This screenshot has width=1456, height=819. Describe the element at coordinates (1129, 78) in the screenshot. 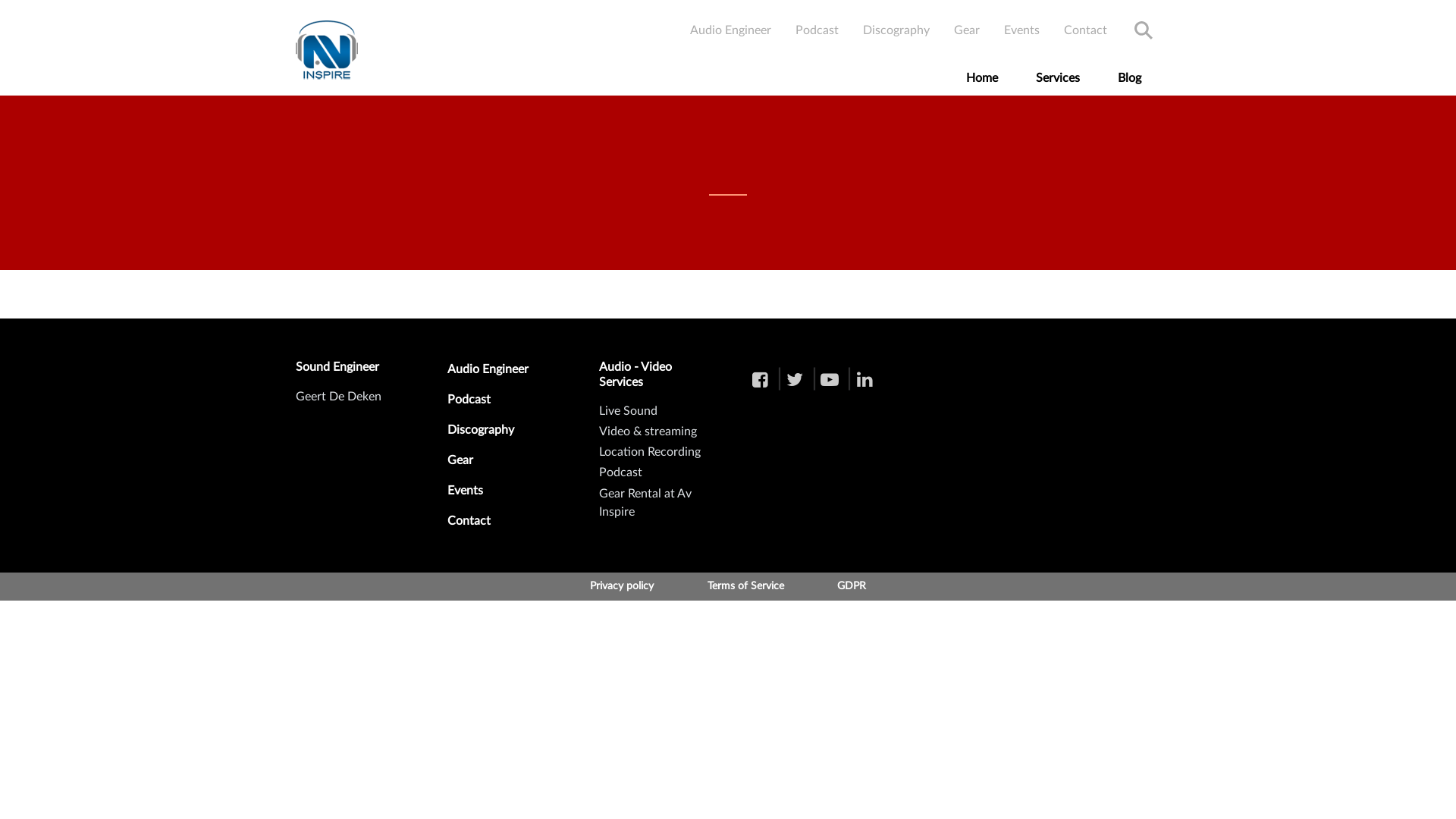

I see `'Blog'` at that location.